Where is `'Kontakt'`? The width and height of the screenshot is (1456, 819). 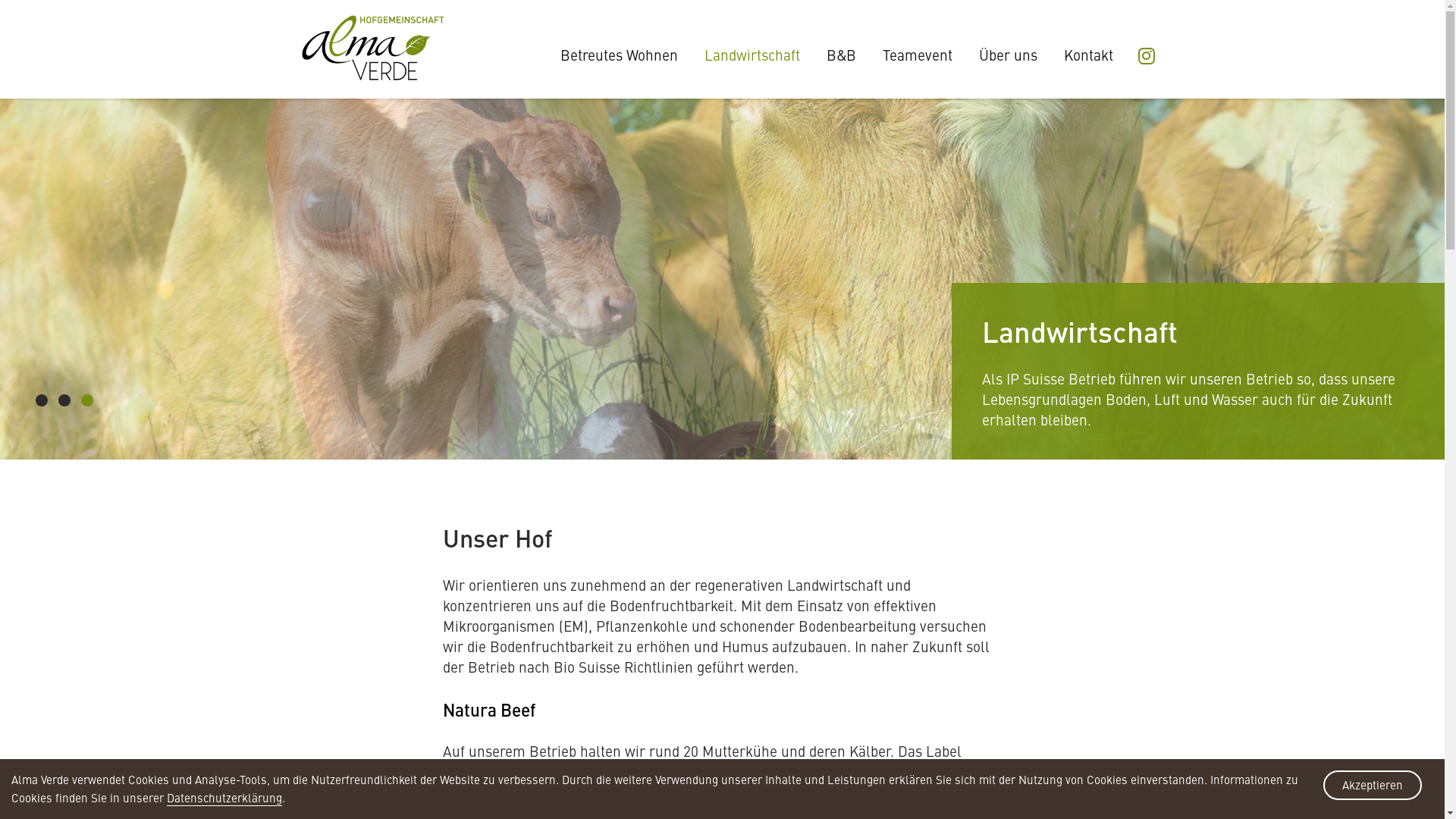
'Kontakt' is located at coordinates (1087, 54).